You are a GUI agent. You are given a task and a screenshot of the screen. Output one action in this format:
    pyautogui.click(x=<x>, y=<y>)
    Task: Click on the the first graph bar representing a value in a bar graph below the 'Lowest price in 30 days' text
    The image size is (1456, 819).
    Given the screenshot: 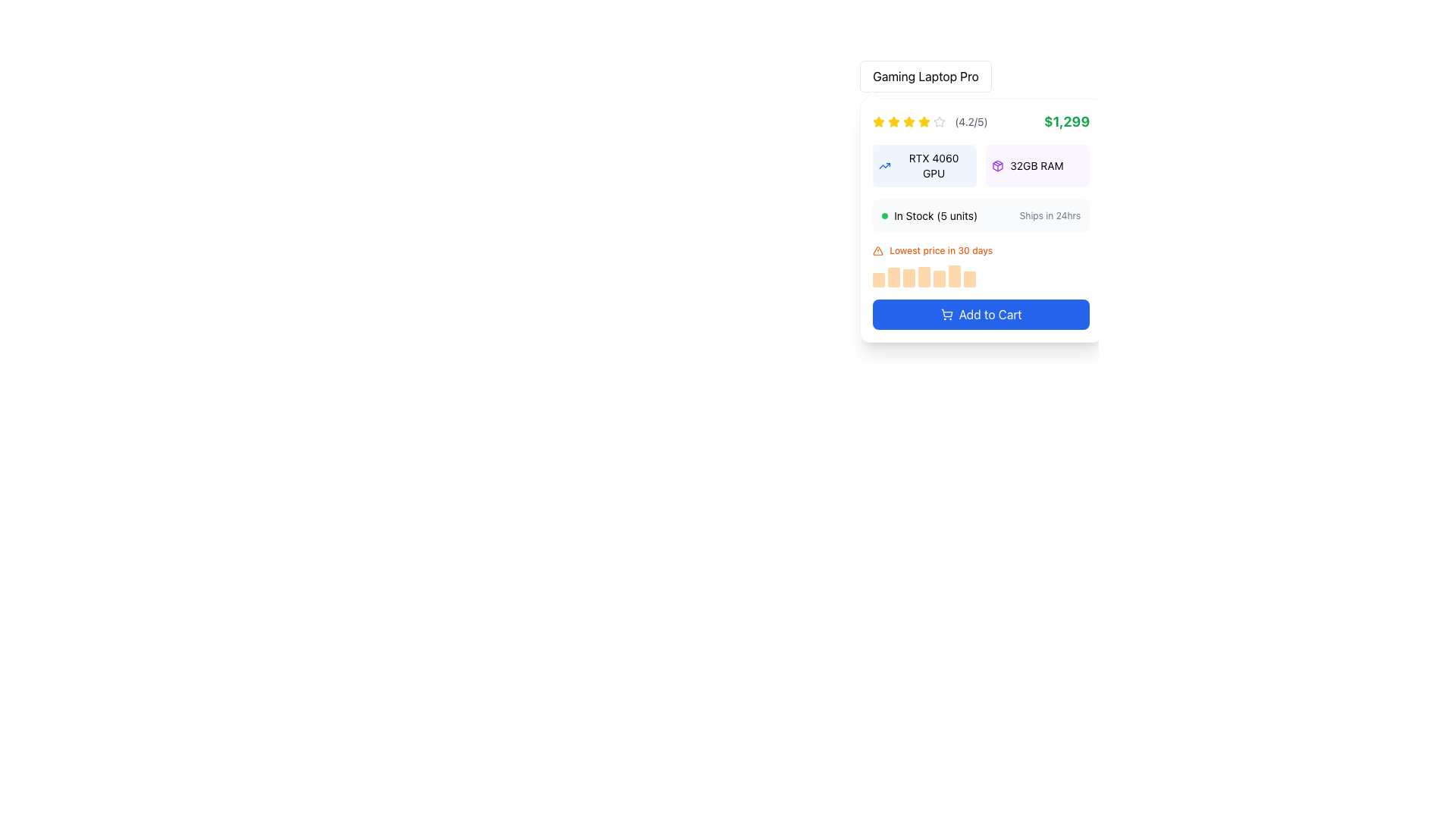 What is the action you would take?
    pyautogui.click(x=879, y=280)
    